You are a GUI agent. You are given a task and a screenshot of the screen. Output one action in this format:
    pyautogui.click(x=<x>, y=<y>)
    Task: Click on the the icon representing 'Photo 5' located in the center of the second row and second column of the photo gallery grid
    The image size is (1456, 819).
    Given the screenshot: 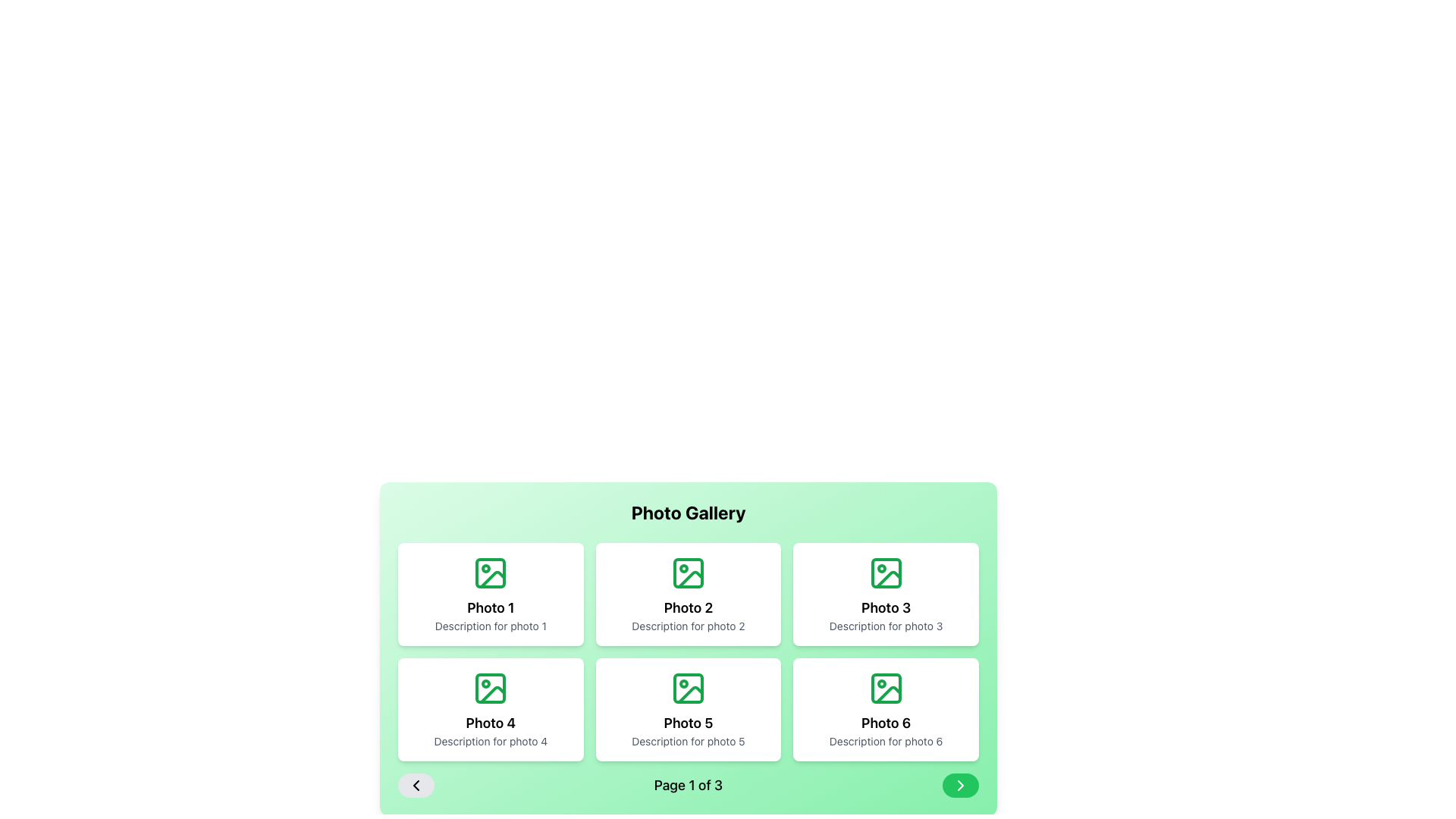 What is the action you would take?
    pyautogui.click(x=687, y=688)
    